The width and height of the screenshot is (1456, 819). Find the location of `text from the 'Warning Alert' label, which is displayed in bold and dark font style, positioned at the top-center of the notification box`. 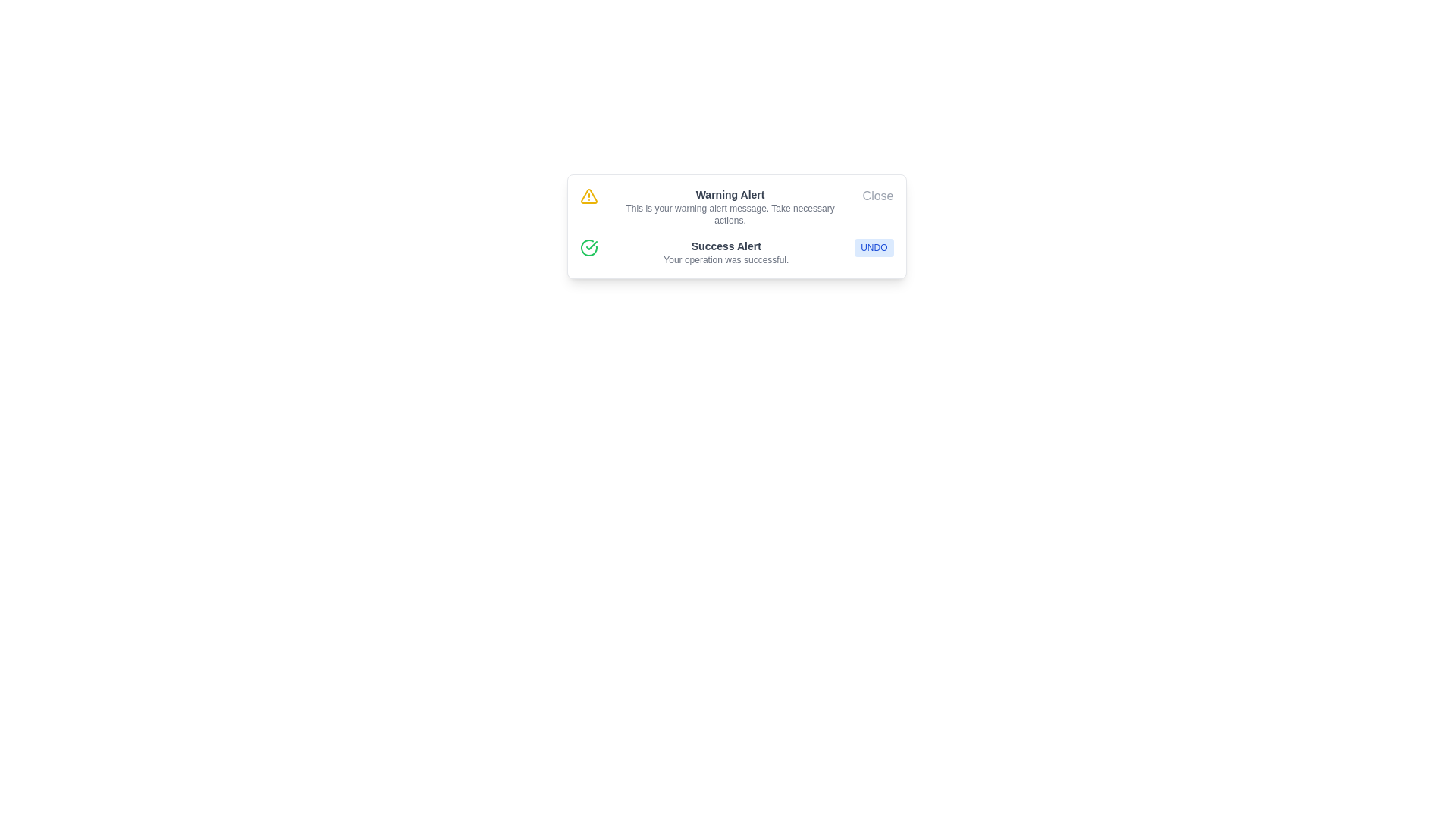

text from the 'Warning Alert' label, which is displayed in bold and dark font style, positioned at the top-center of the notification box is located at coordinates (730, 194).